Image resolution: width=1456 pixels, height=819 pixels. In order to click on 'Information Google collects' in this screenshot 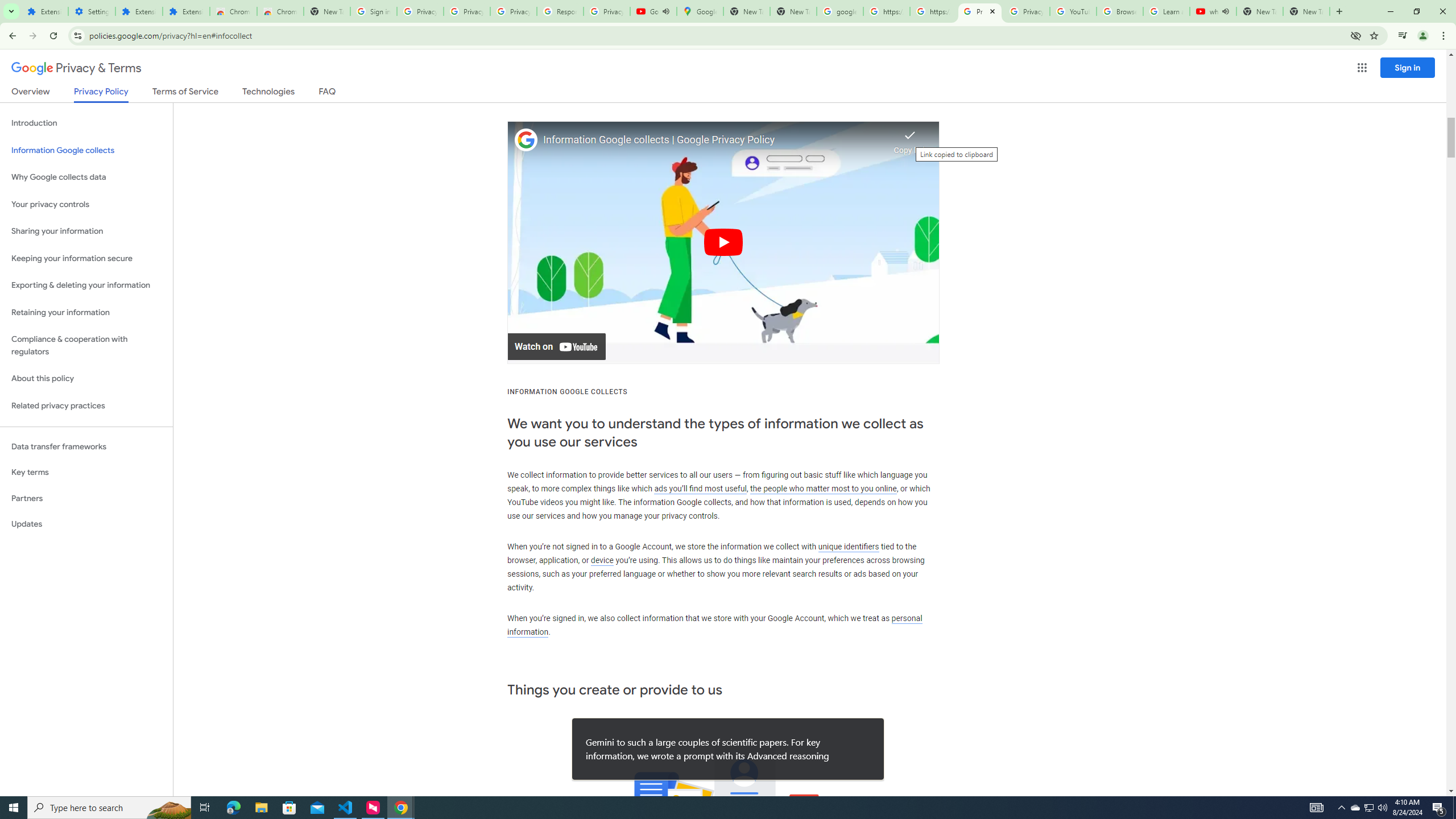, I will do `click(86, 150)`.